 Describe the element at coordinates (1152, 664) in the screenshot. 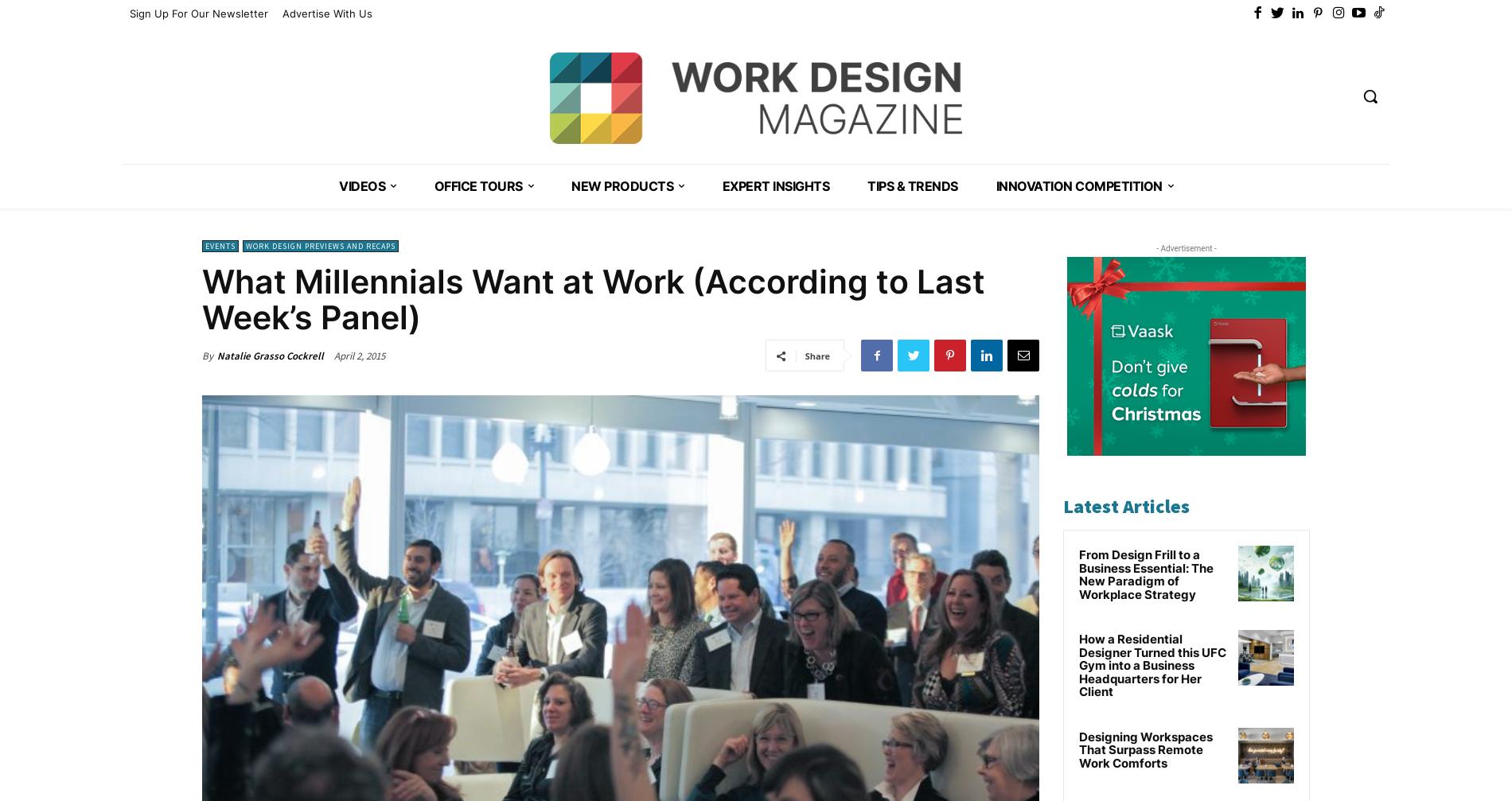

I see `'How a Residential Designer Turned this UFC Gym into a Business Headquarters for Her Client'` at that location.